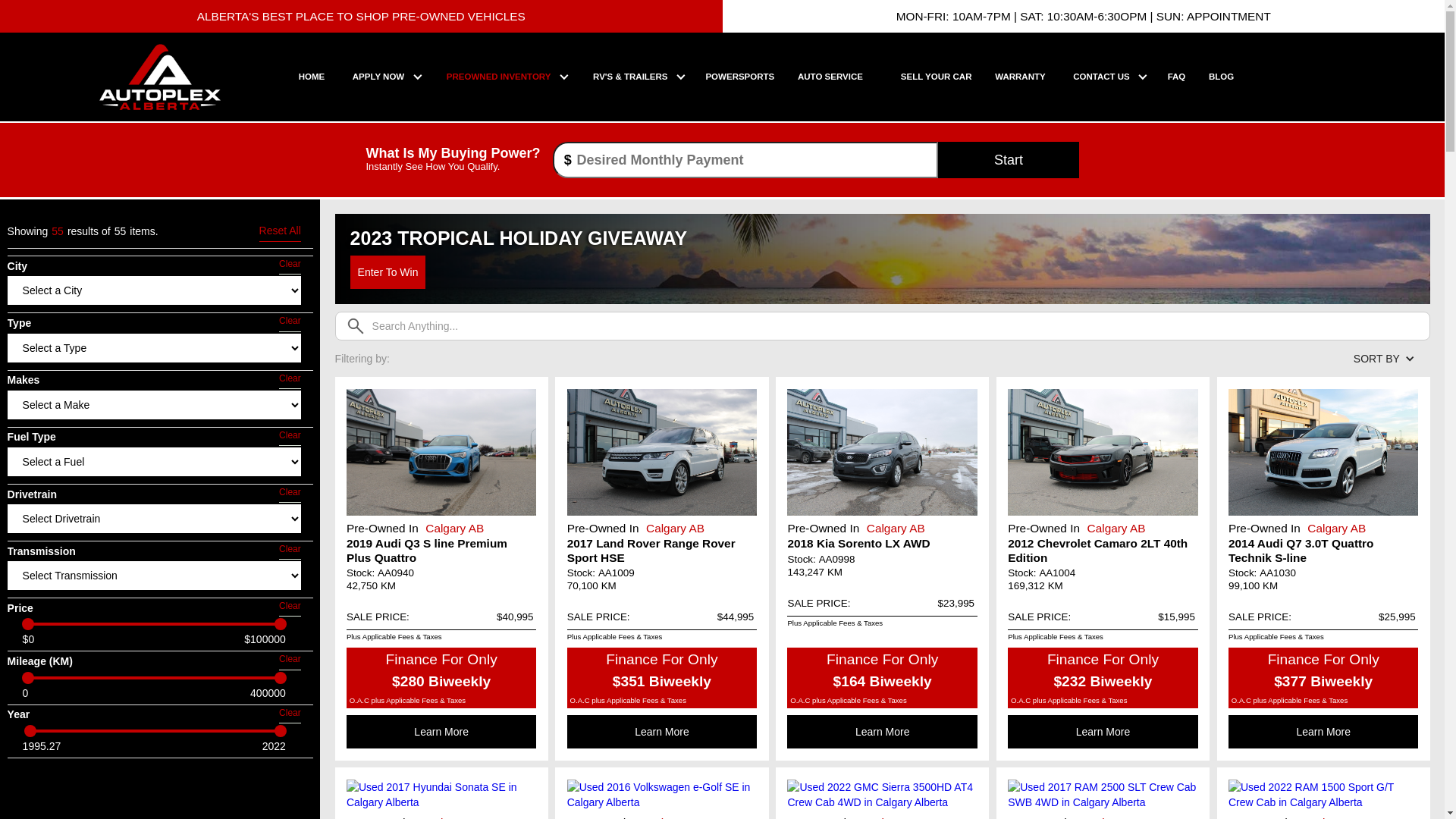 The image size is (1456, 819). Describe the element at coordinates (629, 77) in the screenshot. I see `'RV'S & TRAILERS'` at that location.